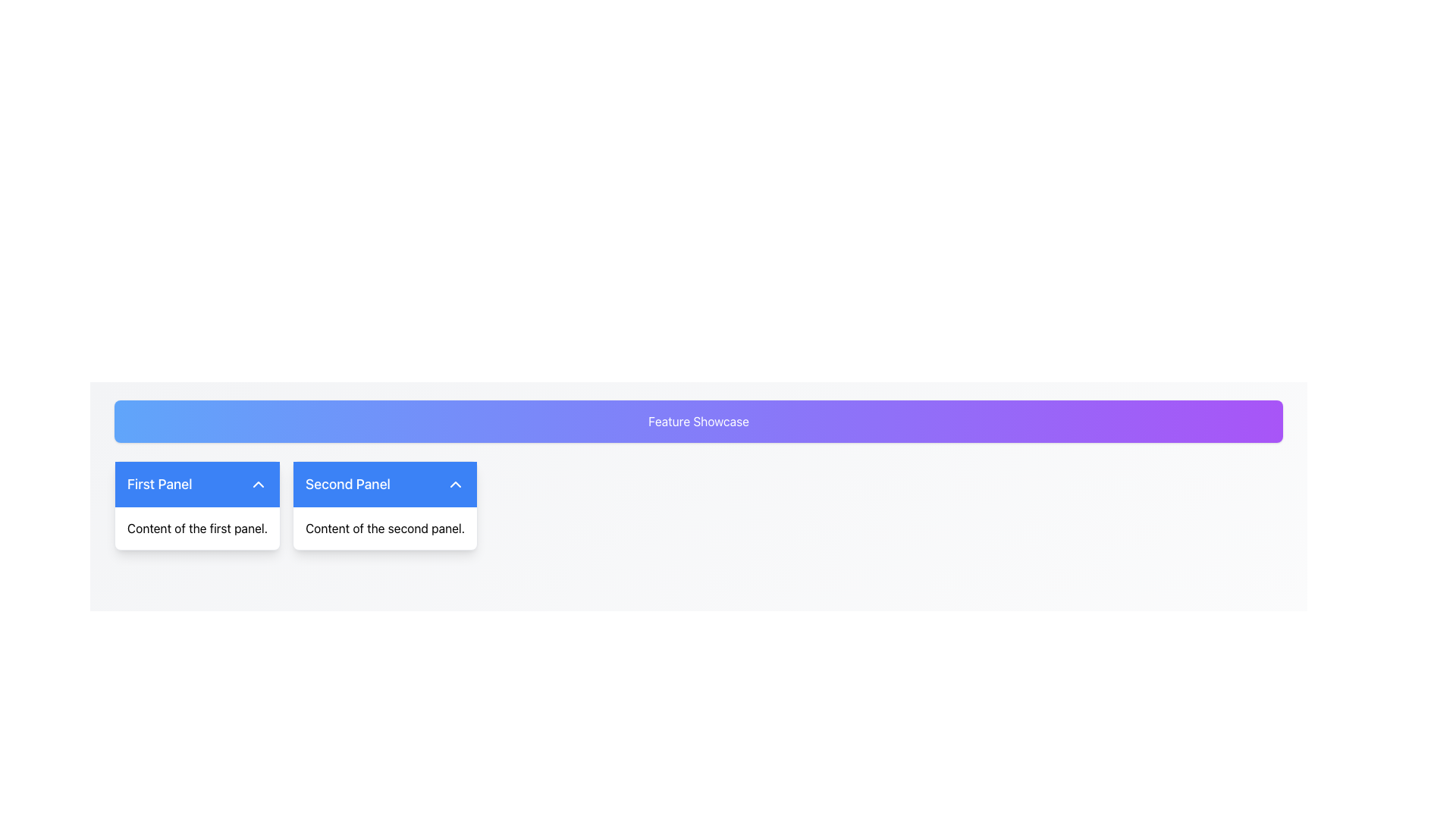 The image size is (1456, 819). I want to click on static text content displaying 'Content of the second panel.' located beneath the 'Second Panel' header in the dropdown panel interface, so click(385, 528).